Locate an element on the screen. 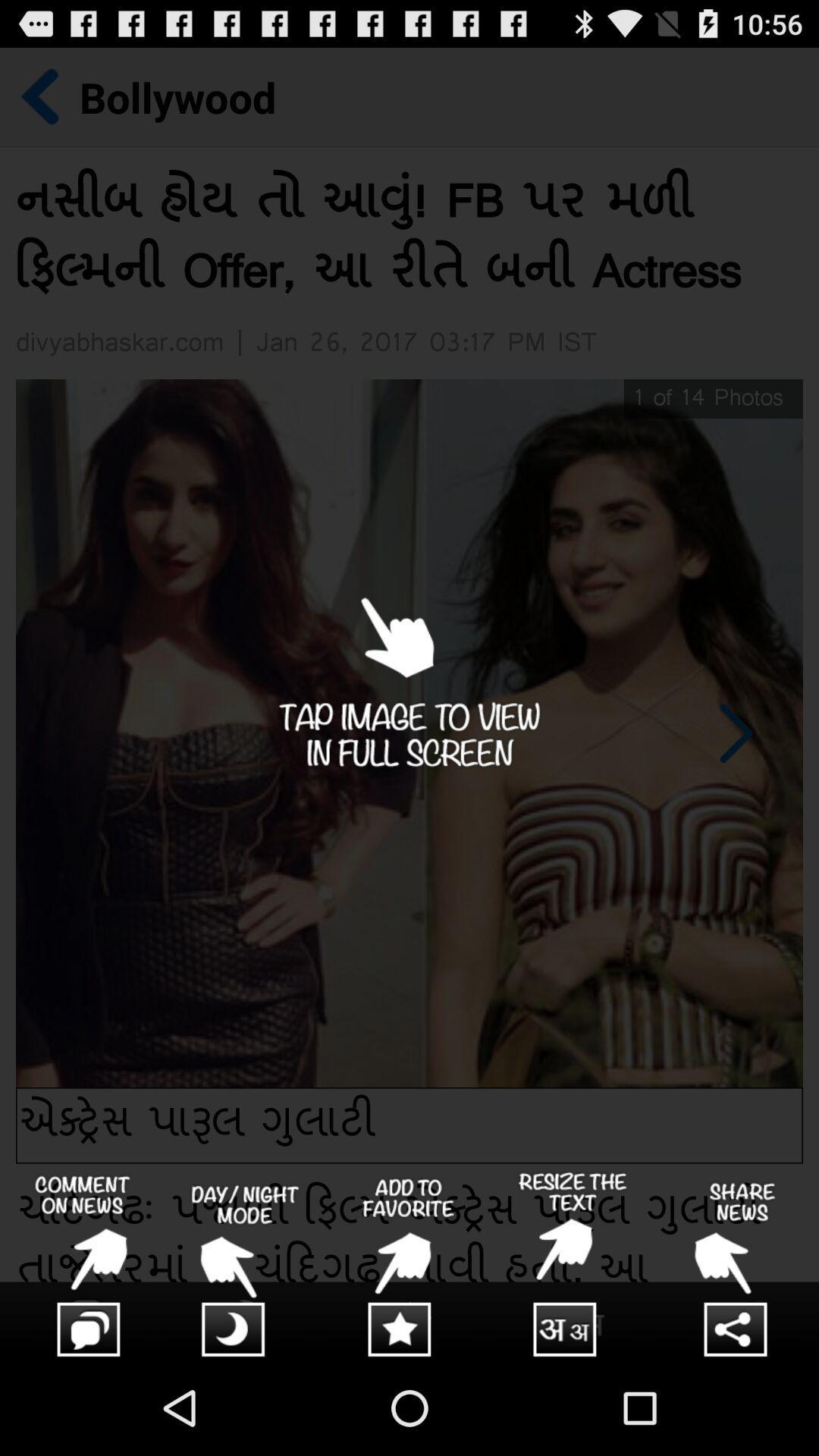 This screenshot has width=819, height=1456. share page is located at coordinates (736, 1266).